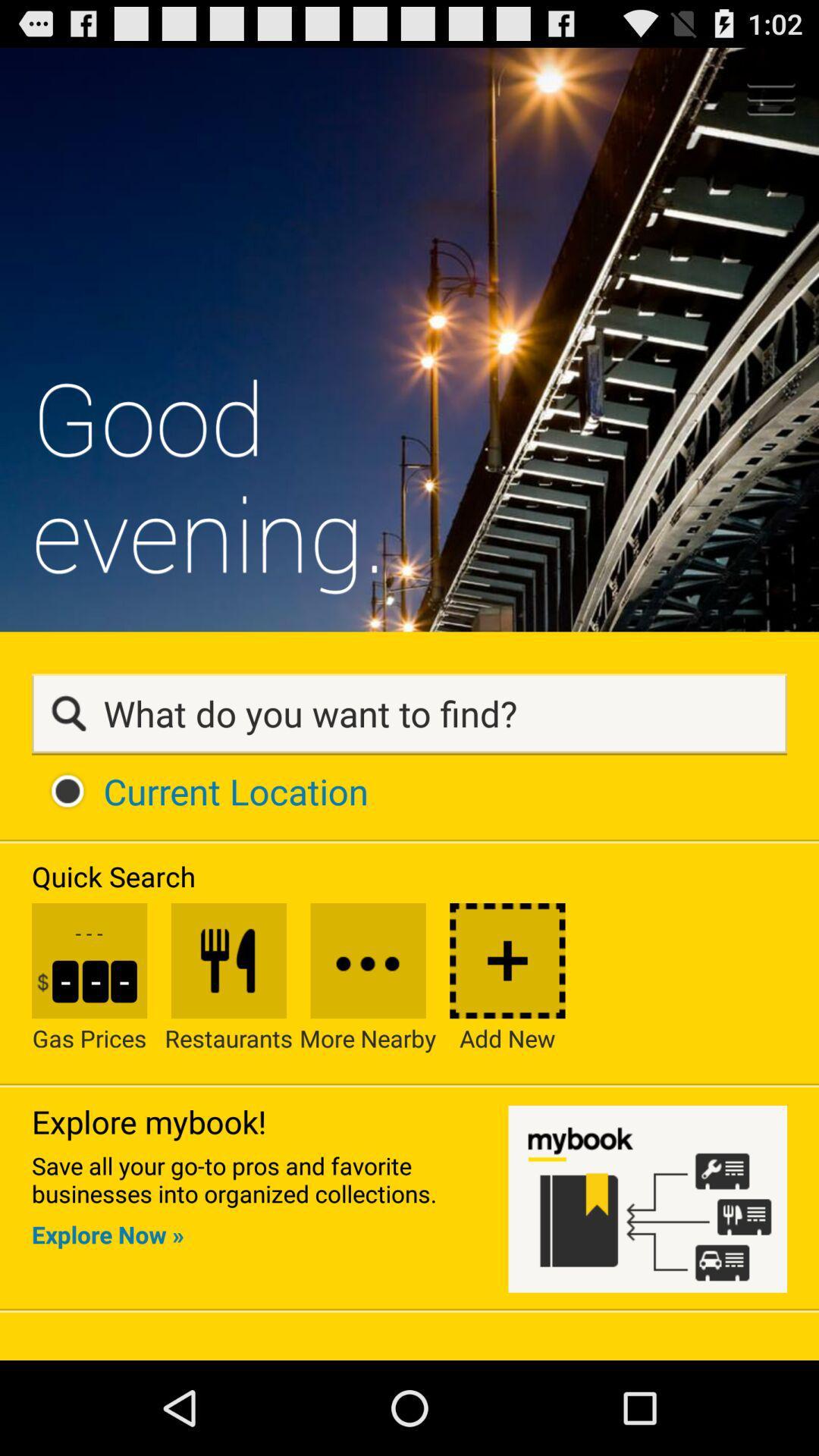 The image size is (819, 1456). Describe the element at coordinates (368, 1050) in the screenshot. I see `the more icon` at that location.